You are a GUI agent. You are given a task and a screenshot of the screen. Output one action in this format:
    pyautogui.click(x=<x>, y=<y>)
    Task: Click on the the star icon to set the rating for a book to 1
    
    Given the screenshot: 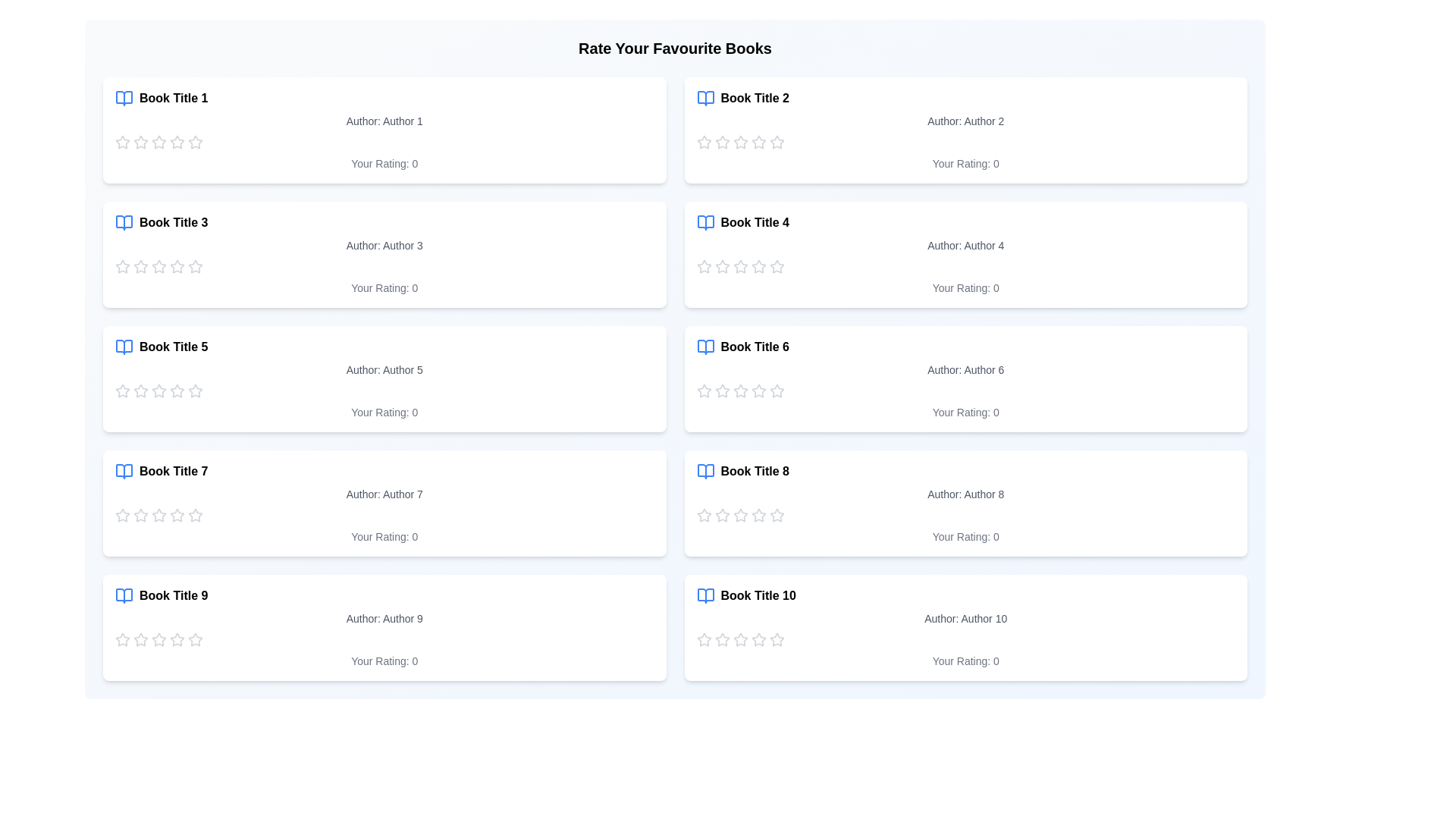 What is the action you would take?
    pyautogui.click(x=123, y=143)
    